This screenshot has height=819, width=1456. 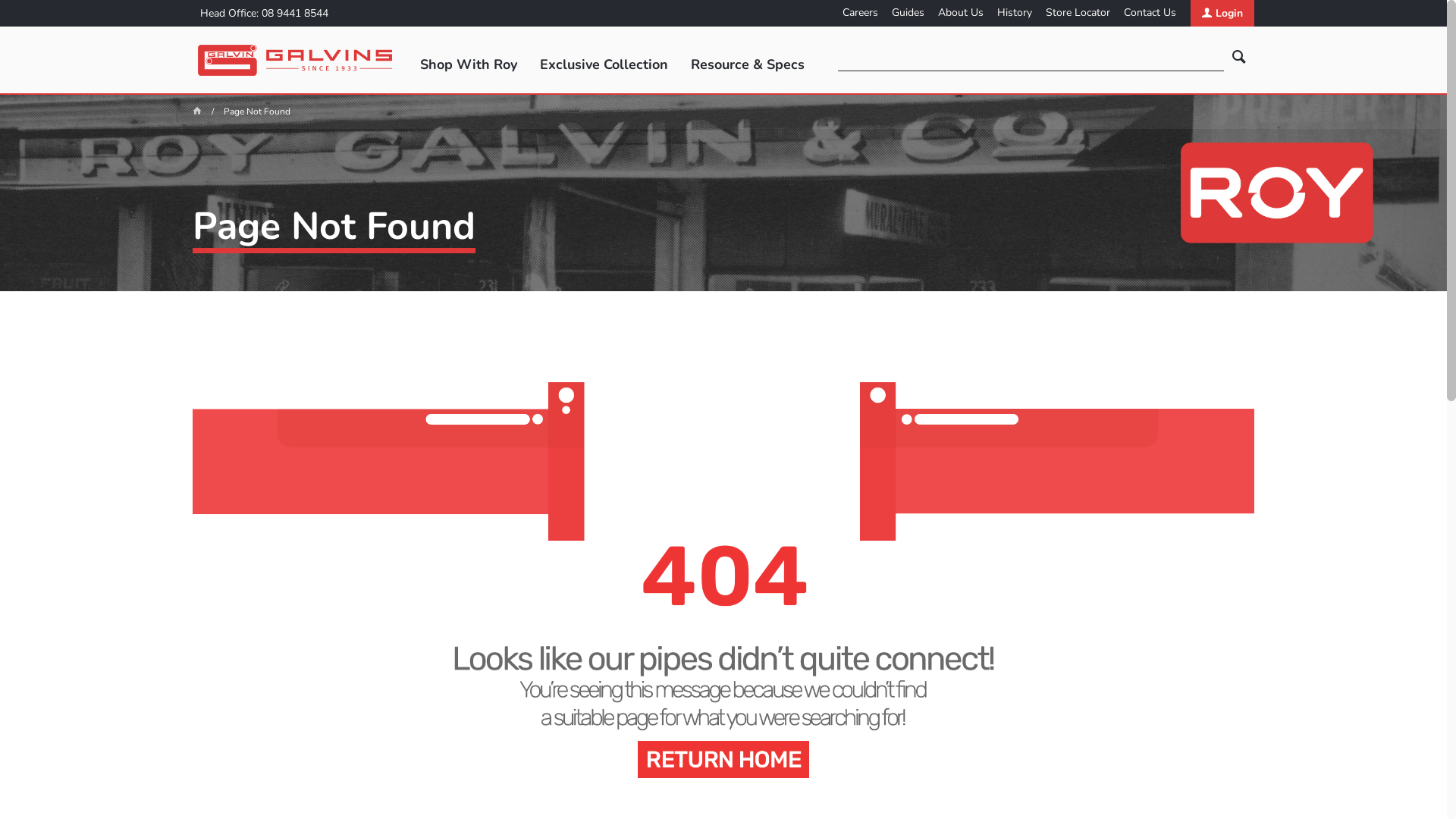 What do you see at coordinates (199, 13) in the screenshot?
I see `'Head Office: 08 9441 8544'` at bounding box center [199, 13].